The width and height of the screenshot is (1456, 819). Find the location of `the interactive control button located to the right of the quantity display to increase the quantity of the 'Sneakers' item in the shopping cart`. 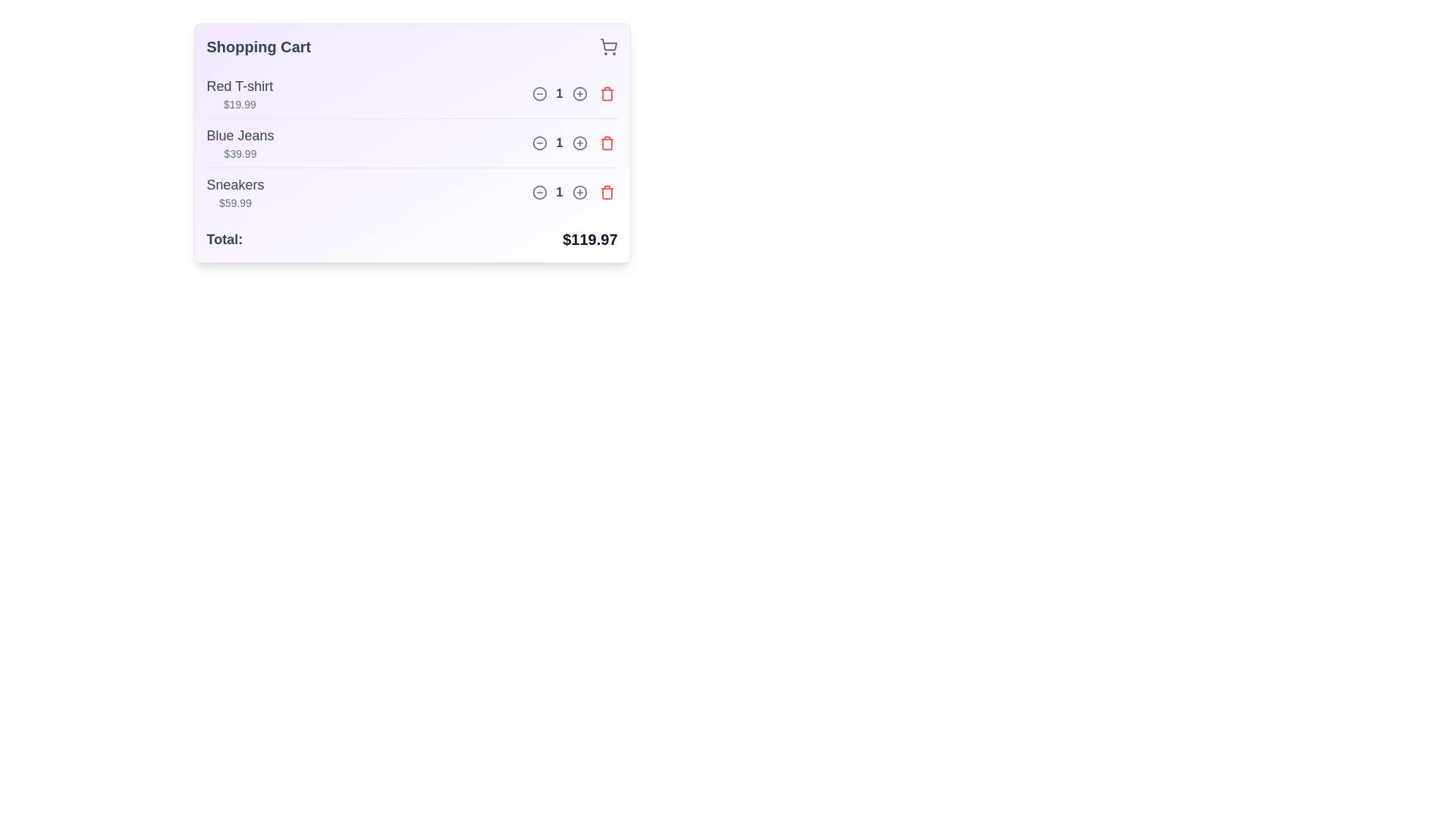

the interactive control button located to the right of the quantity display to increase the quantity of the 'Sneakers' item in the shopping cart is located at coordinates (579, 192).